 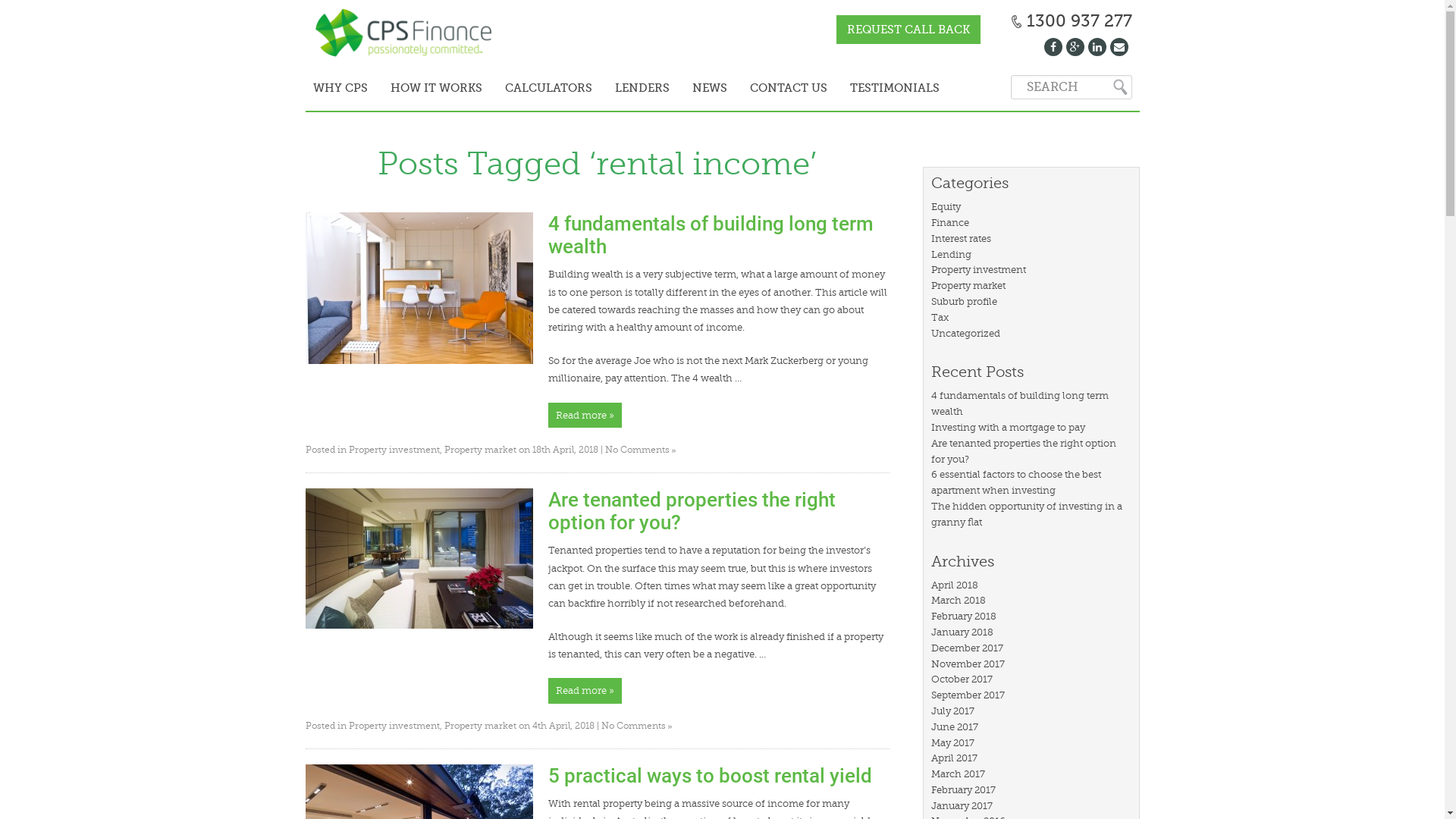 I want to click on 'Investing with a mortgage to pay', so click(x=1008, y=427).